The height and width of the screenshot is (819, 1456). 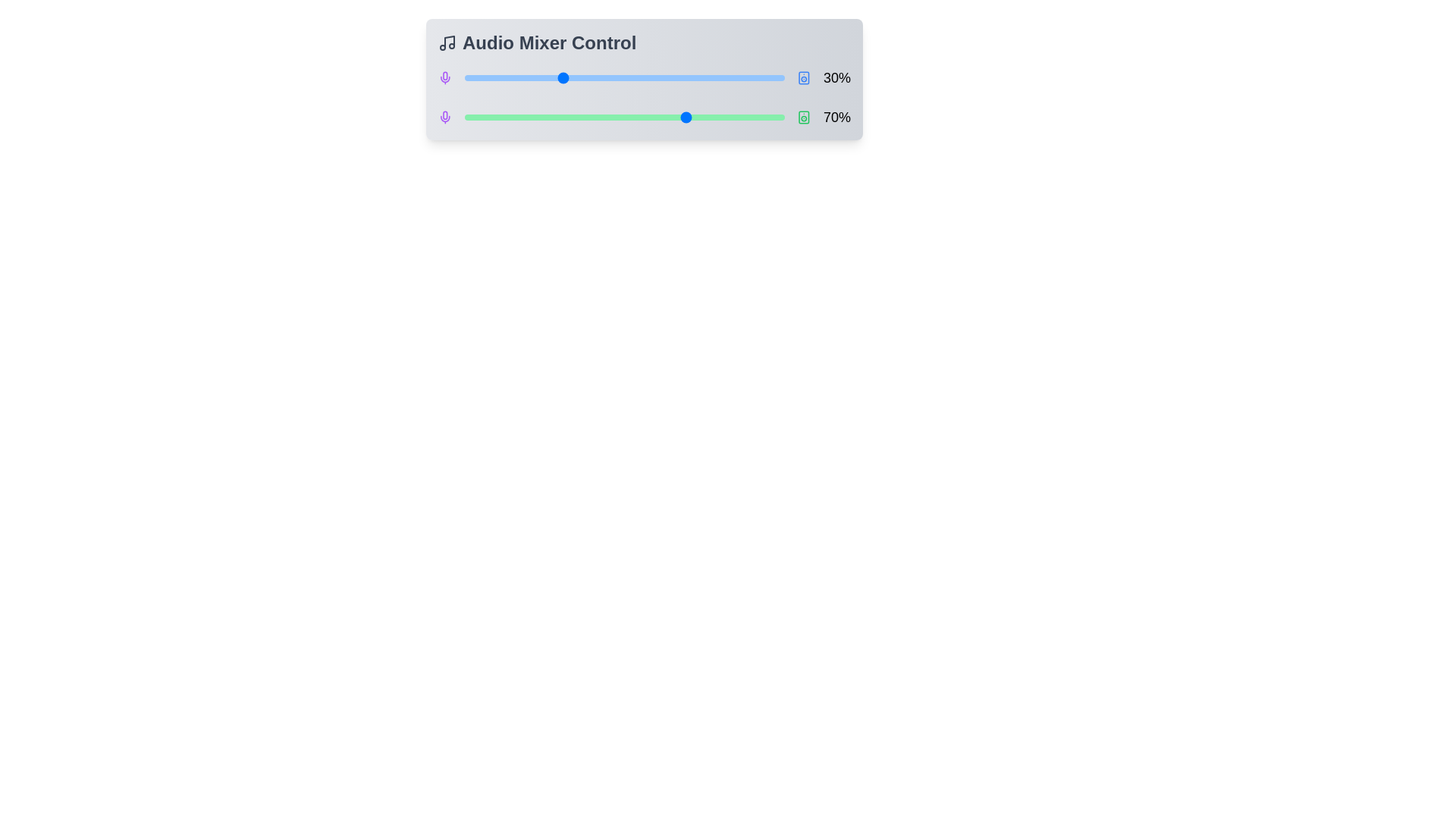 What do you see at coordinates (711, 116) in the screenshot?
I see `the slider` at bounding box center [711, 116].